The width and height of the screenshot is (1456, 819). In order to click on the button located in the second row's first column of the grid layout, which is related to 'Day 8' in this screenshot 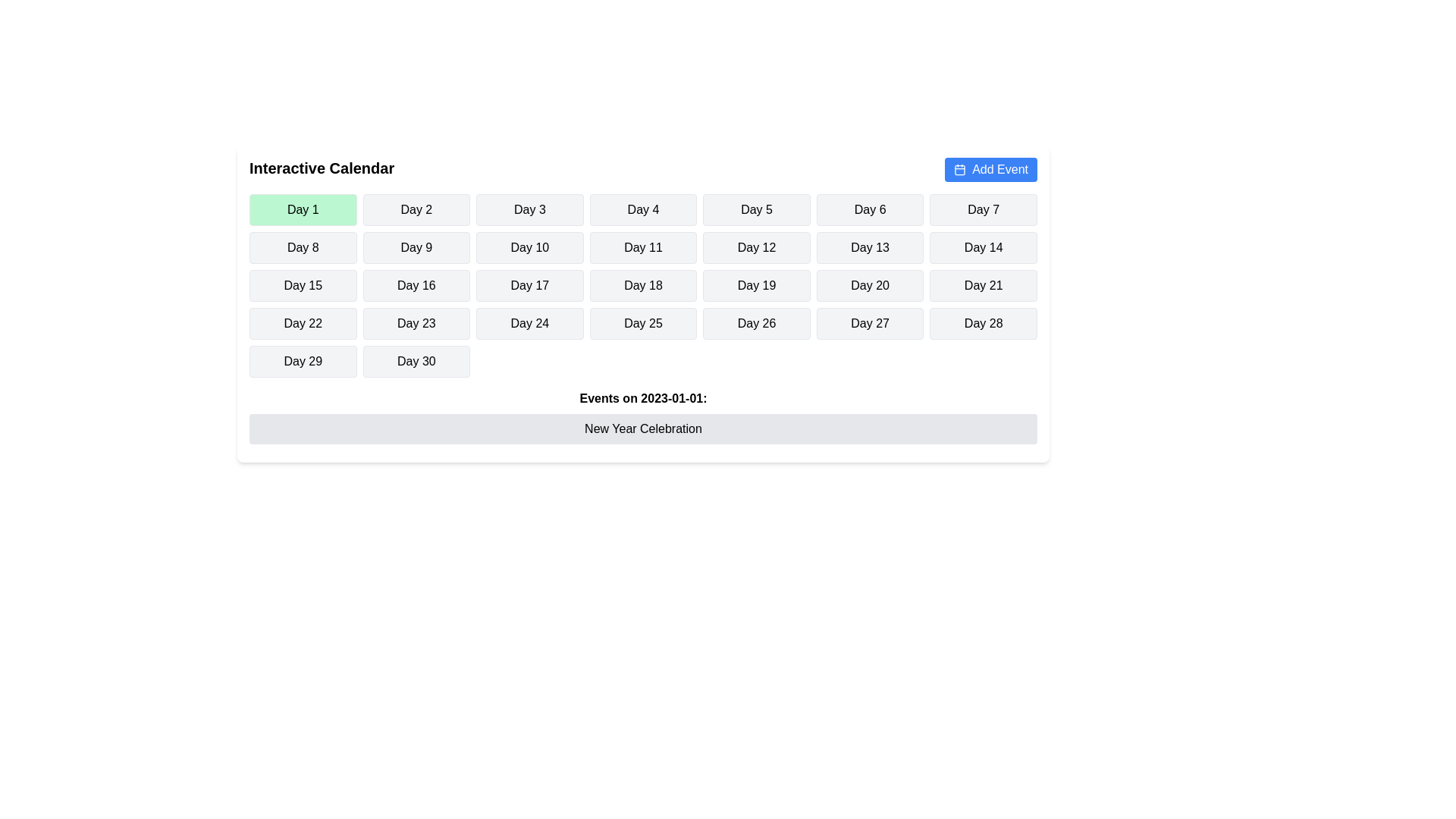, I will do `click(303, 247)`.